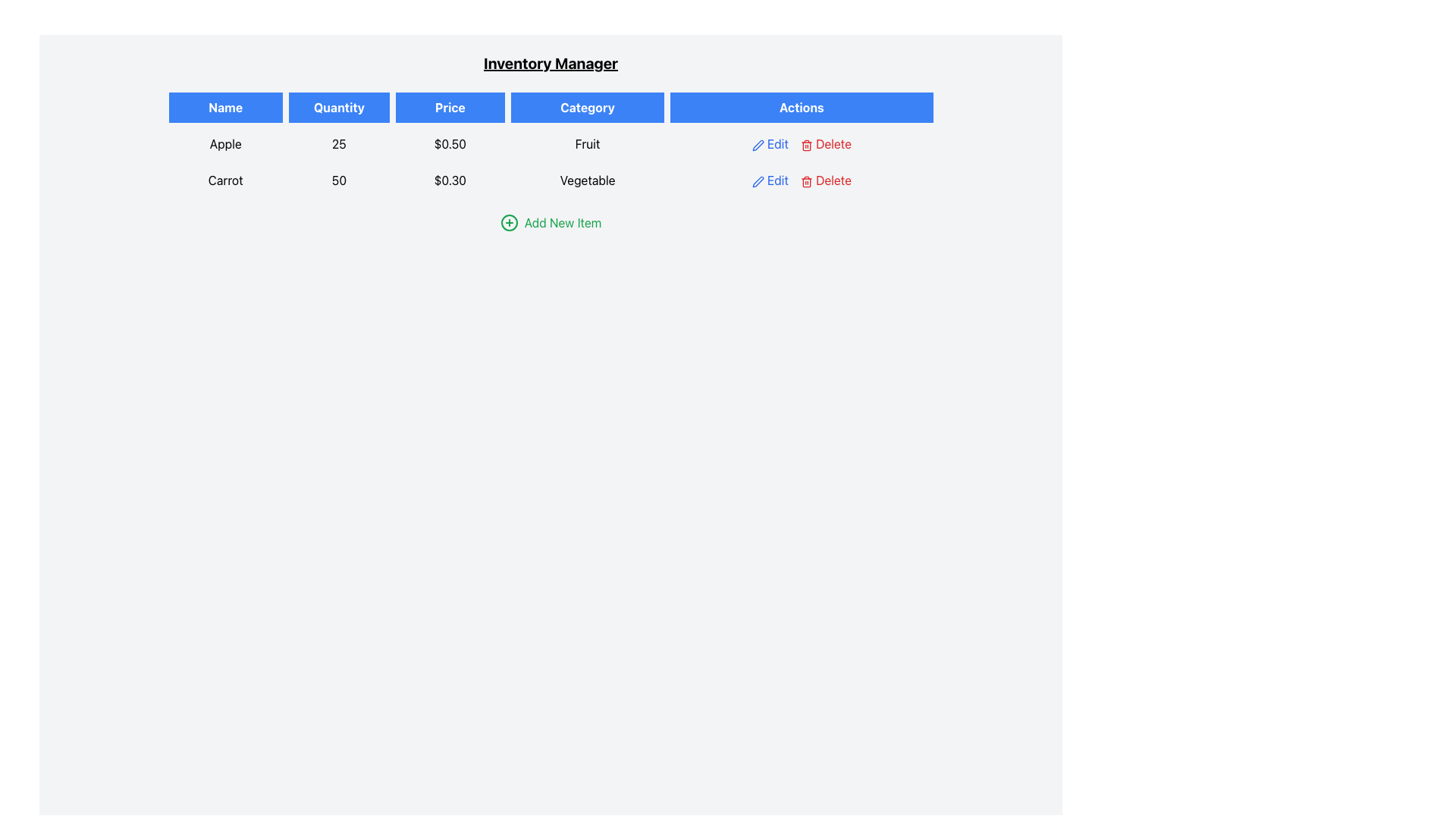 Image resolution: width=1456 pixels, height=819 pixels. I want to click on the 'Delete' button, which is styled with red text and a trash can icon, located in the 'Actions' column of the first row in the table, so click(825, 143).